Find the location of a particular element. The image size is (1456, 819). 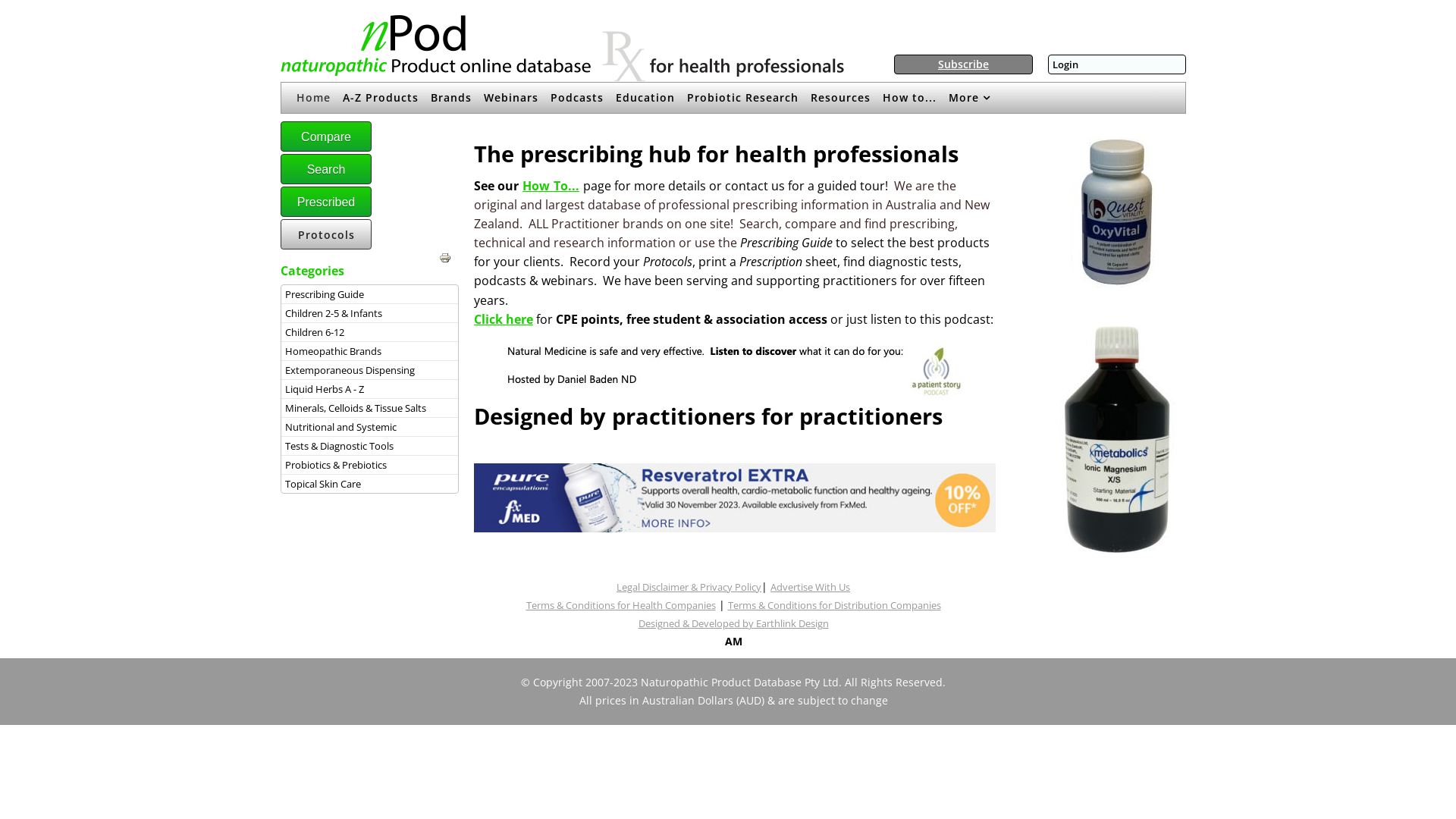

'Education' is located at coordinates (645, 97).